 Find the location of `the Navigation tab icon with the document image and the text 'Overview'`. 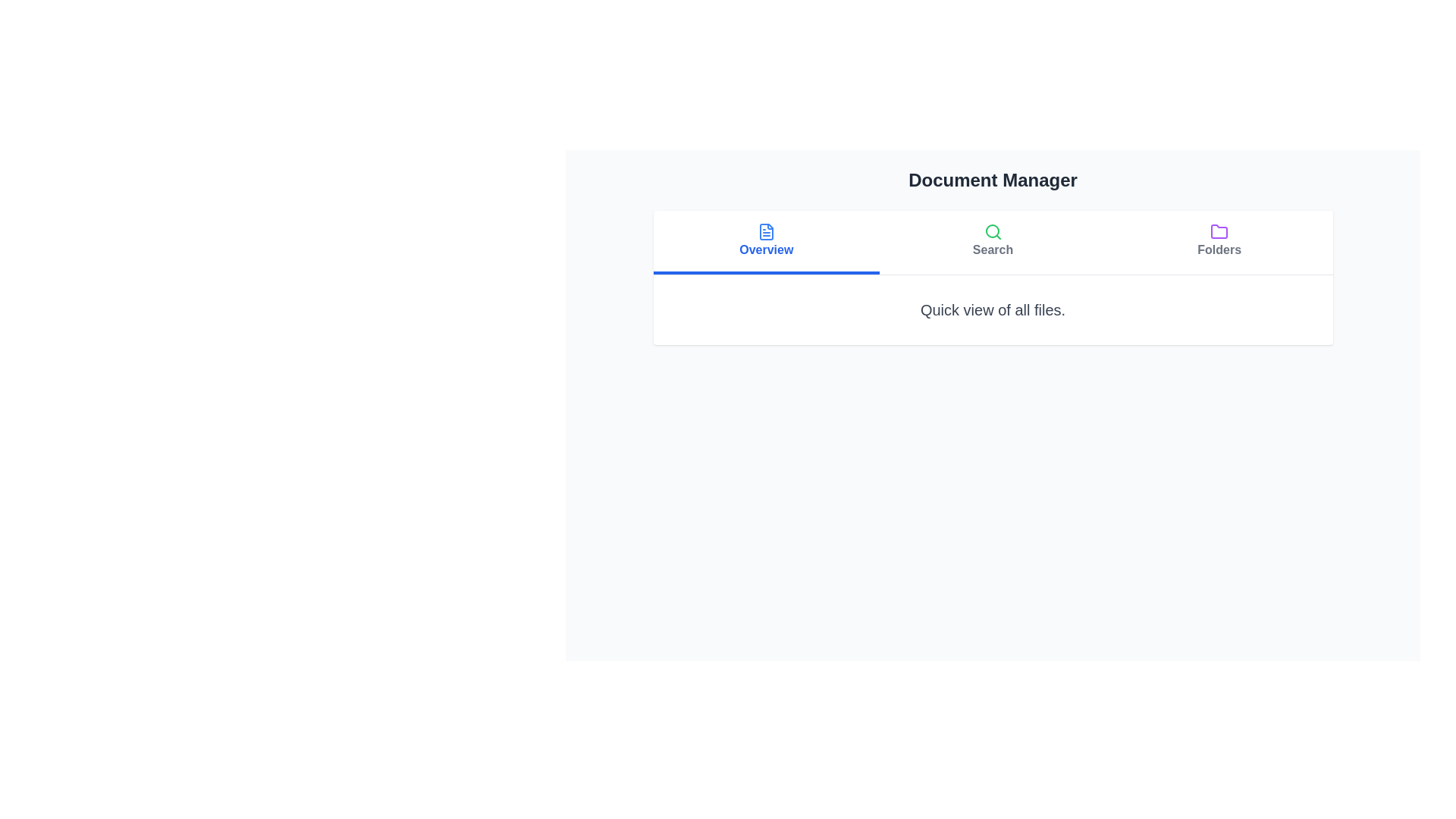

the Navigation tab icon with the document image and the text 'Overview' is located at coordinates (766, 240).